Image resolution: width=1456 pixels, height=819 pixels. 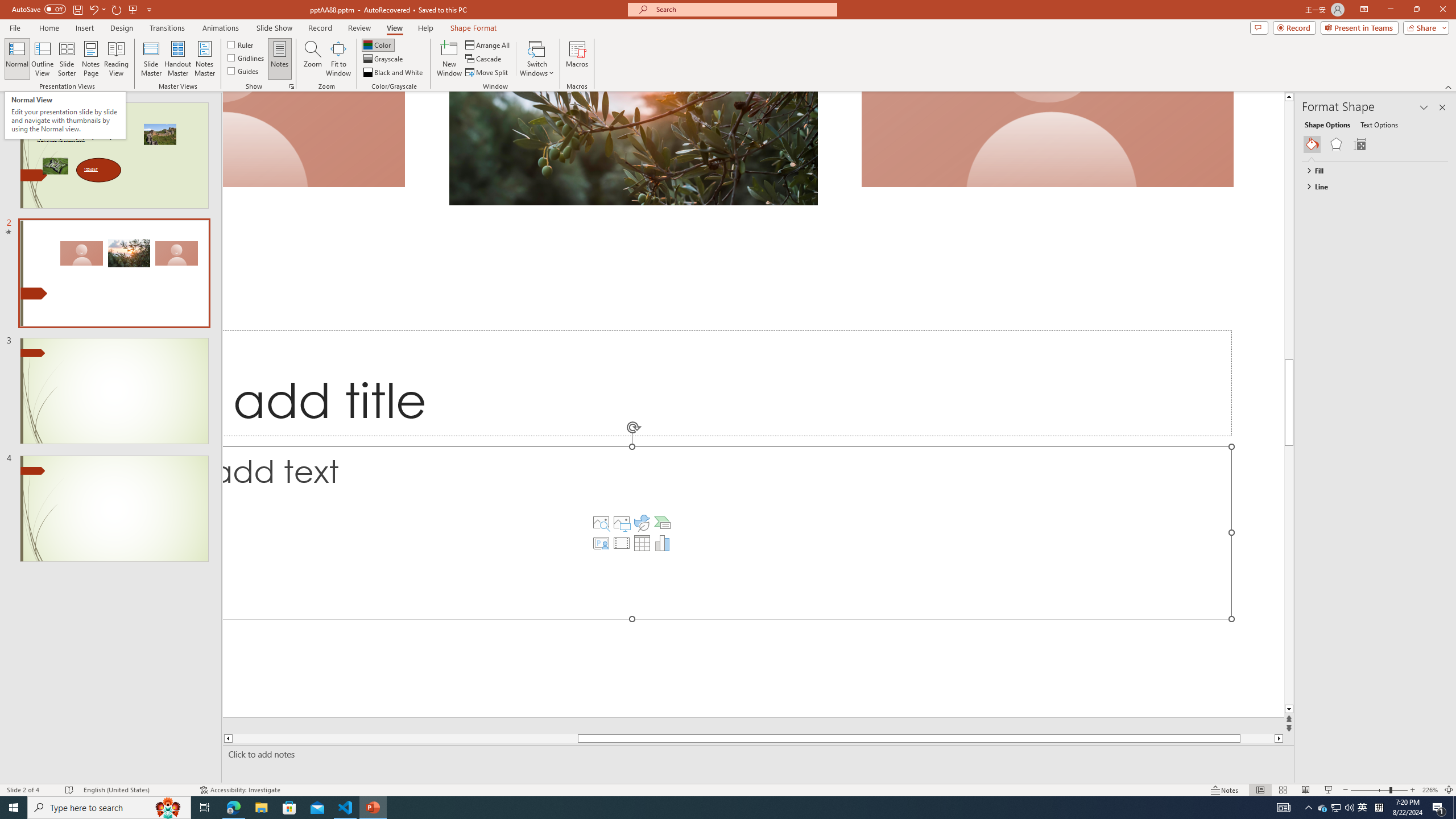 I want to click on 'Content Placeholder', so click(x=726, y=533).